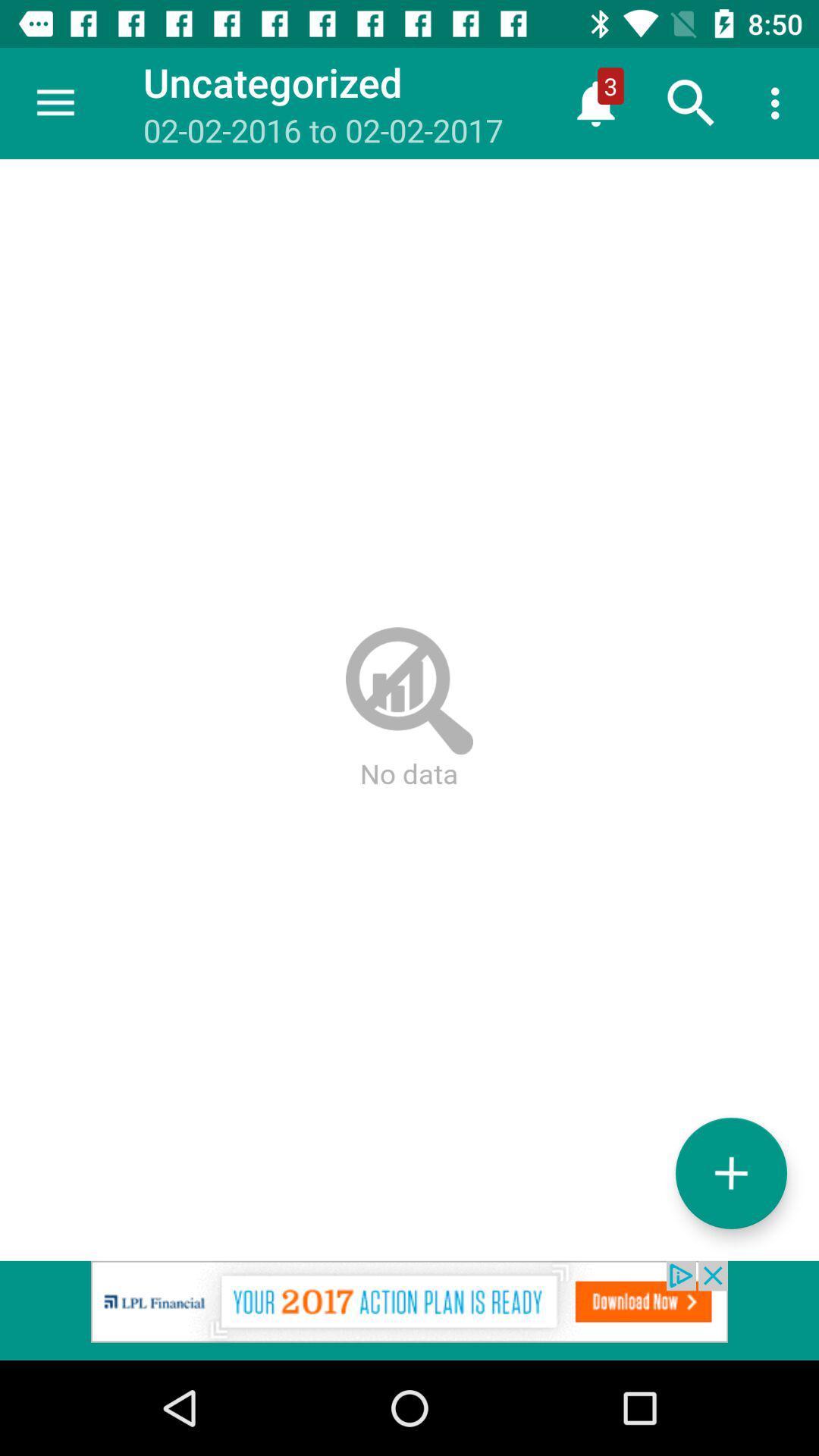  I want to click on more option, so click(730, 1172).